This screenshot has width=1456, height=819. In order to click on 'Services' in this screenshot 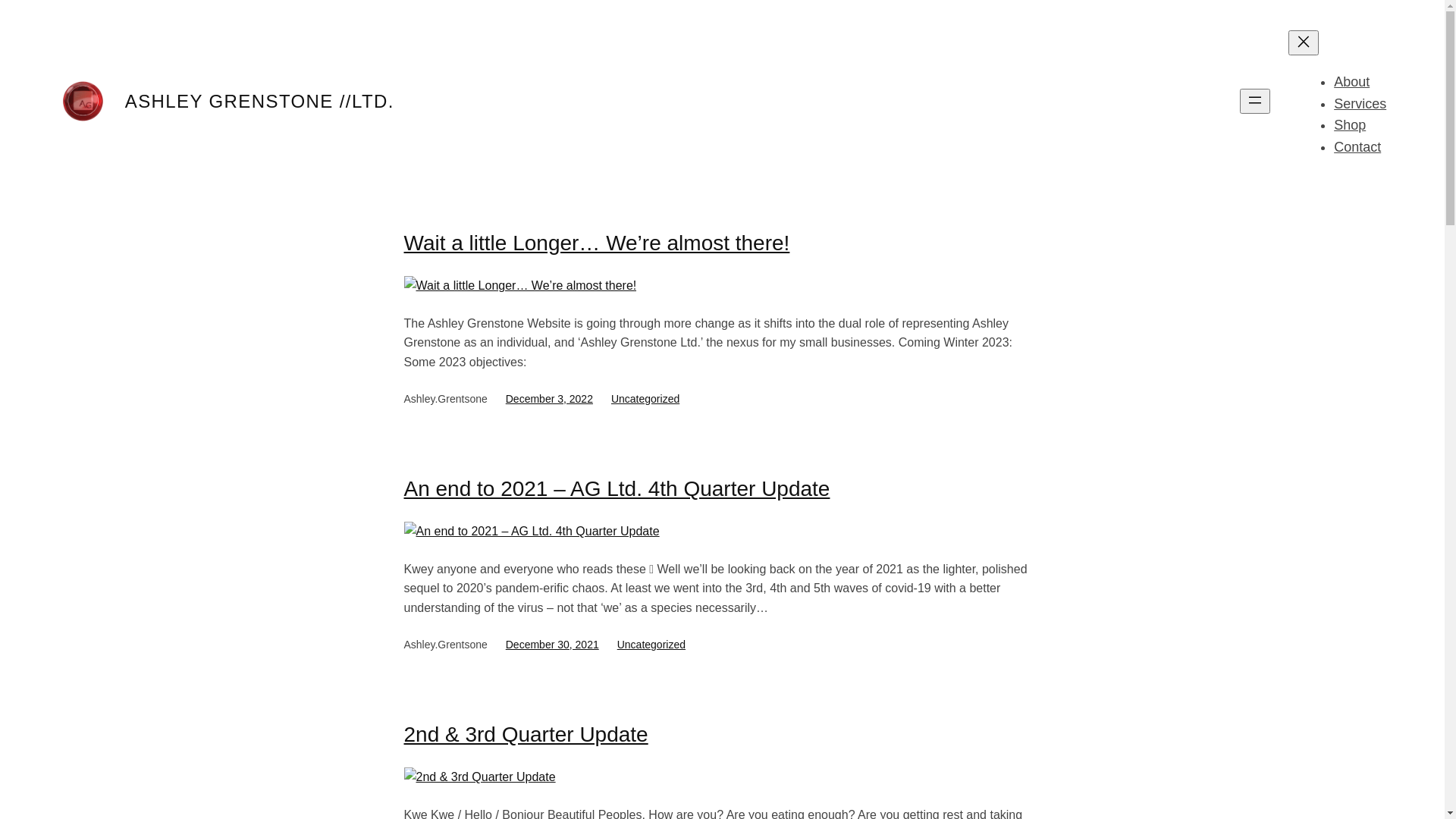, I will do `click(1360, 103)`.